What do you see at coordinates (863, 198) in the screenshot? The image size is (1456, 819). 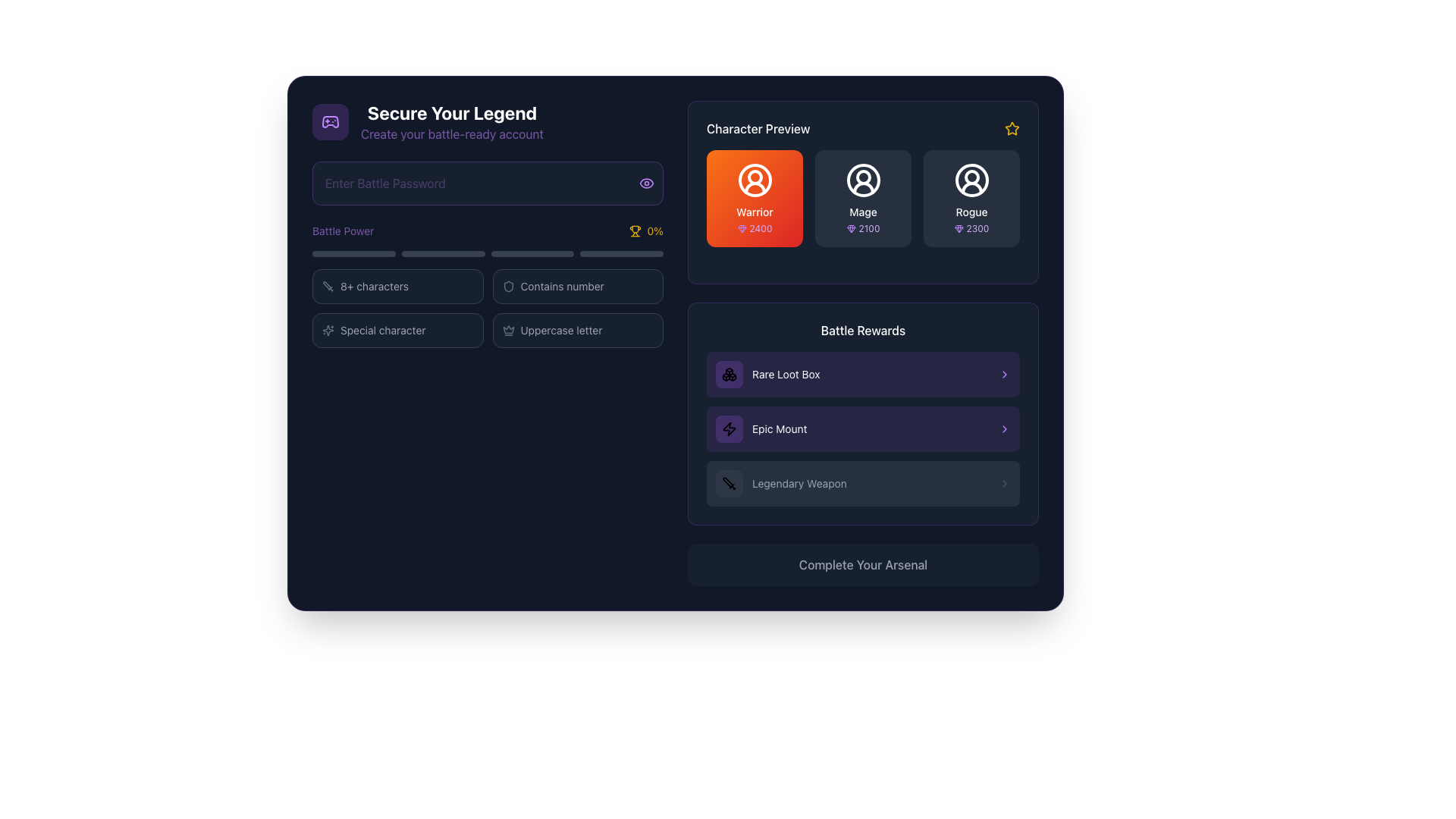 I see `the 'Mage' card` at bounding box center [863, 198].